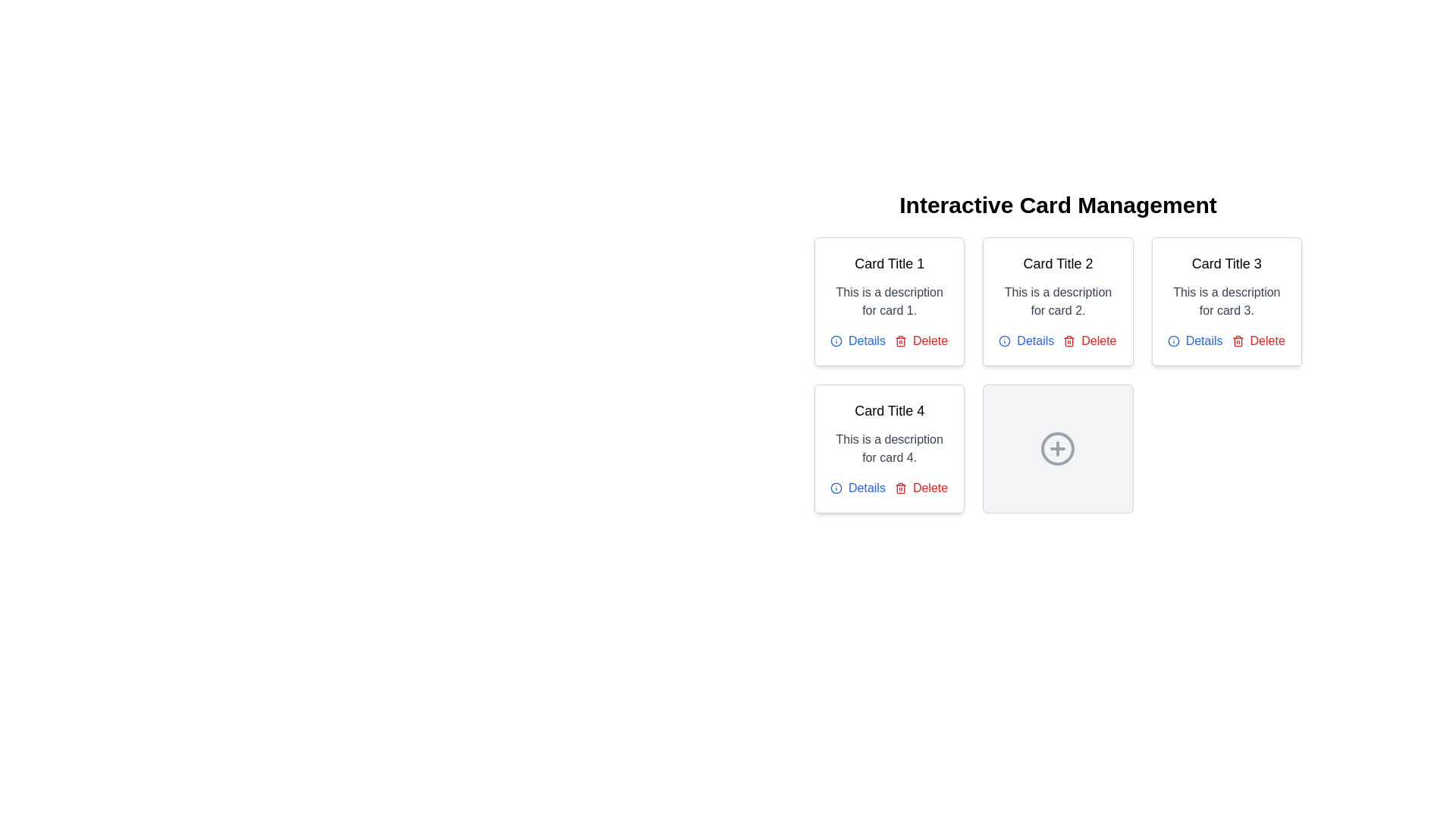 This screenshot has width=1456, height=819. Describe the element at coordinates (1057, 205) in the screenshot. I see `prominent header text 'Interactive Card Management' located at the top center of the interface` at that location.